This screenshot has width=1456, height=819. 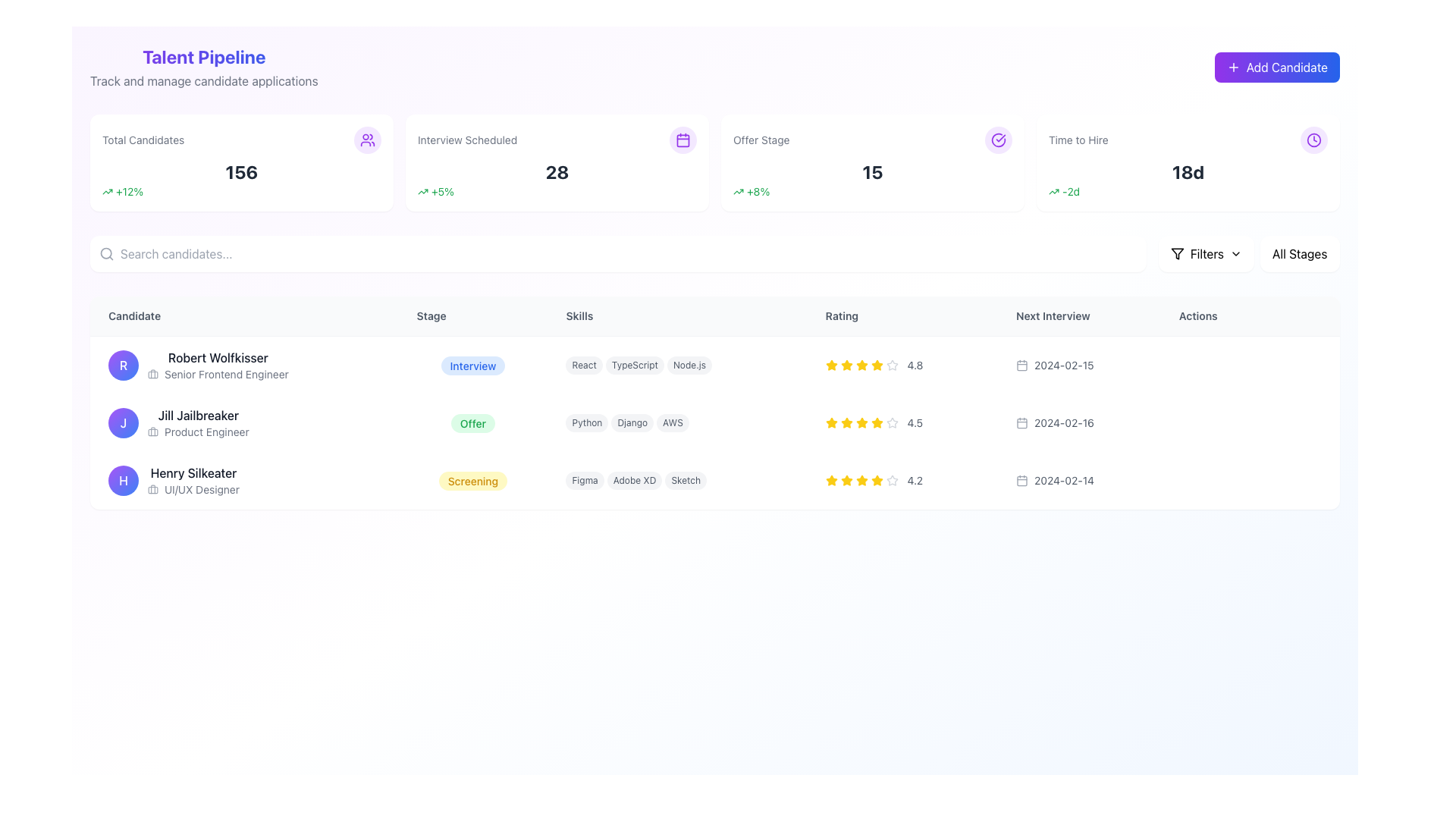 I want to click on the icon that visually reinforces the '+5%' text, indicating a positive metric or trend, located directly to the left of the text on the dashboard interface, so click(x=422, y=191).